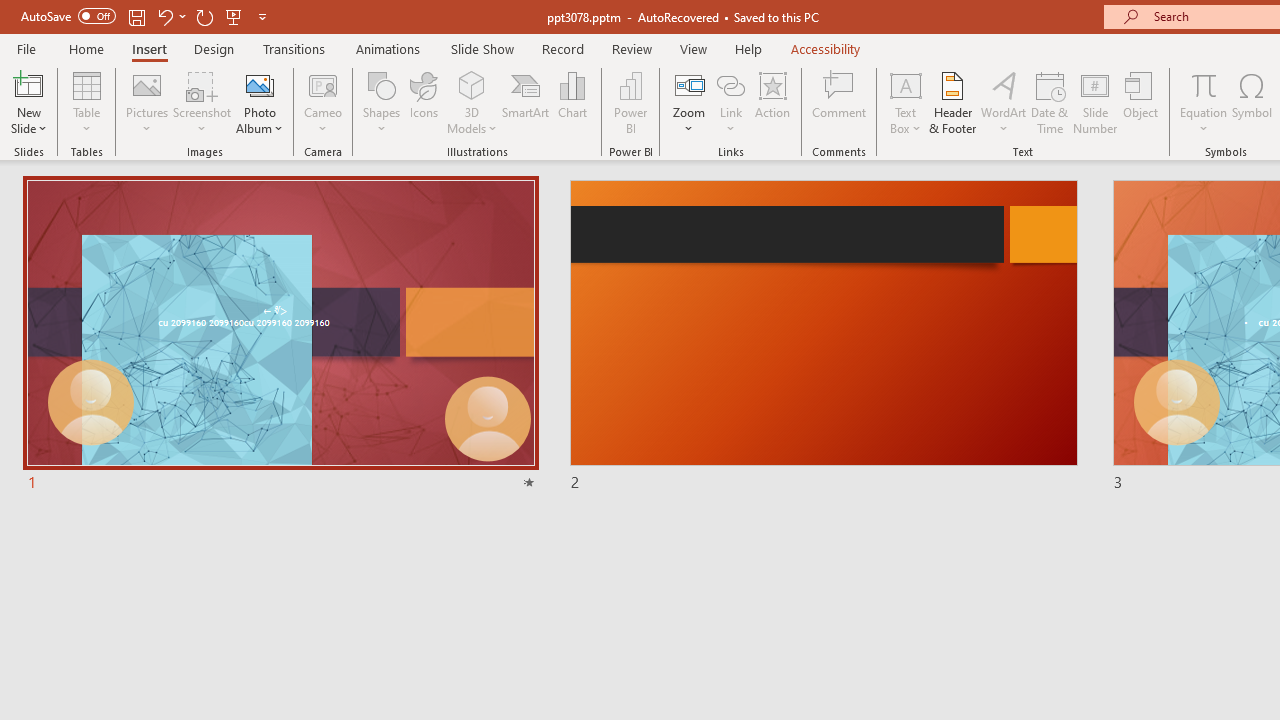 The width and height of the screenshot is (1280, 720). Describe the element at coordinates (730, 84) in the screenshot. I see `'Link'` at that location.